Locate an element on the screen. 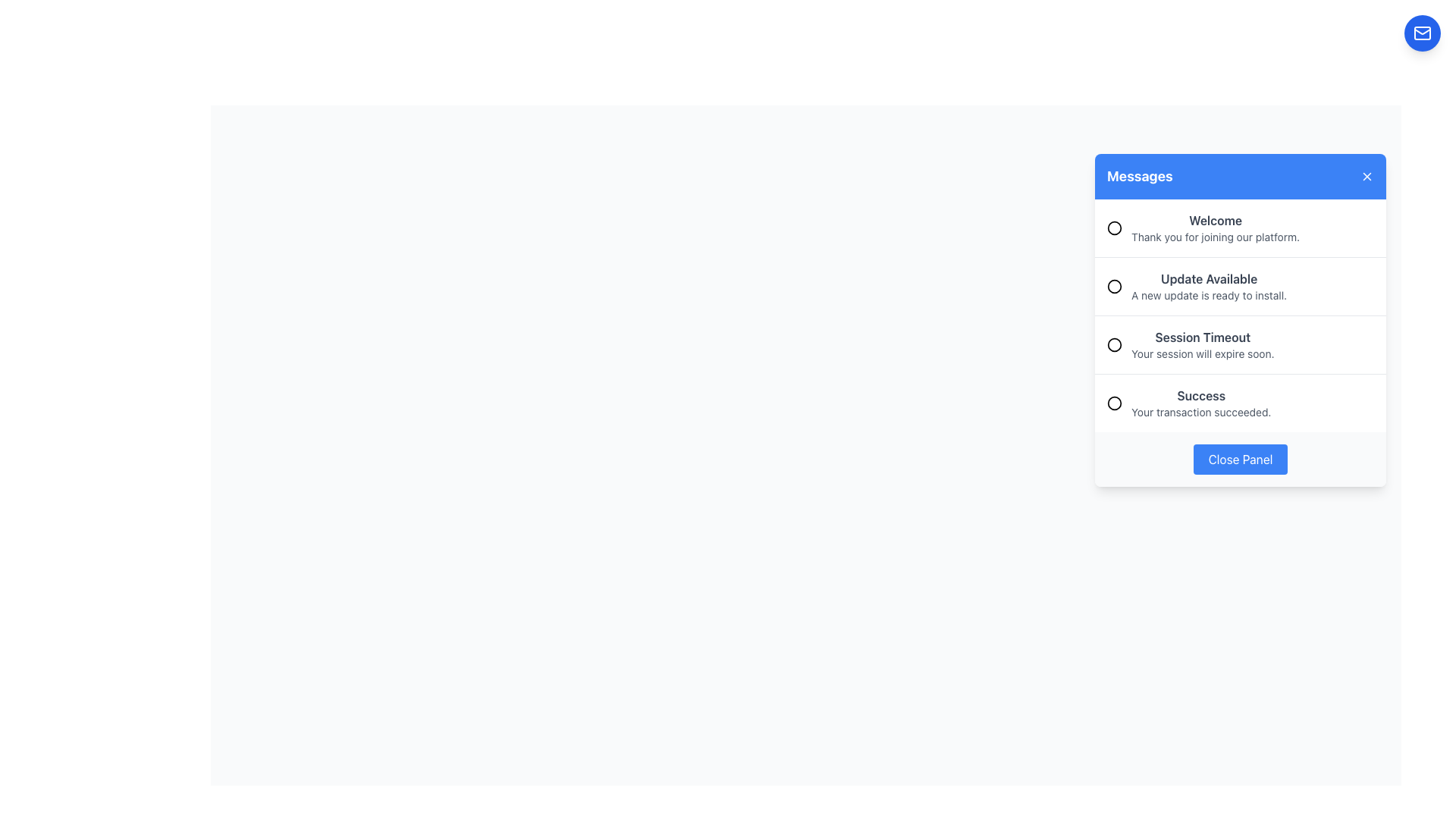  the second notification item in the 'Messages' list, which has a blue circular icon and contains the text 'Update Available' followed by 'A new update is ready to install.' is located at coordinates (1241, 286).